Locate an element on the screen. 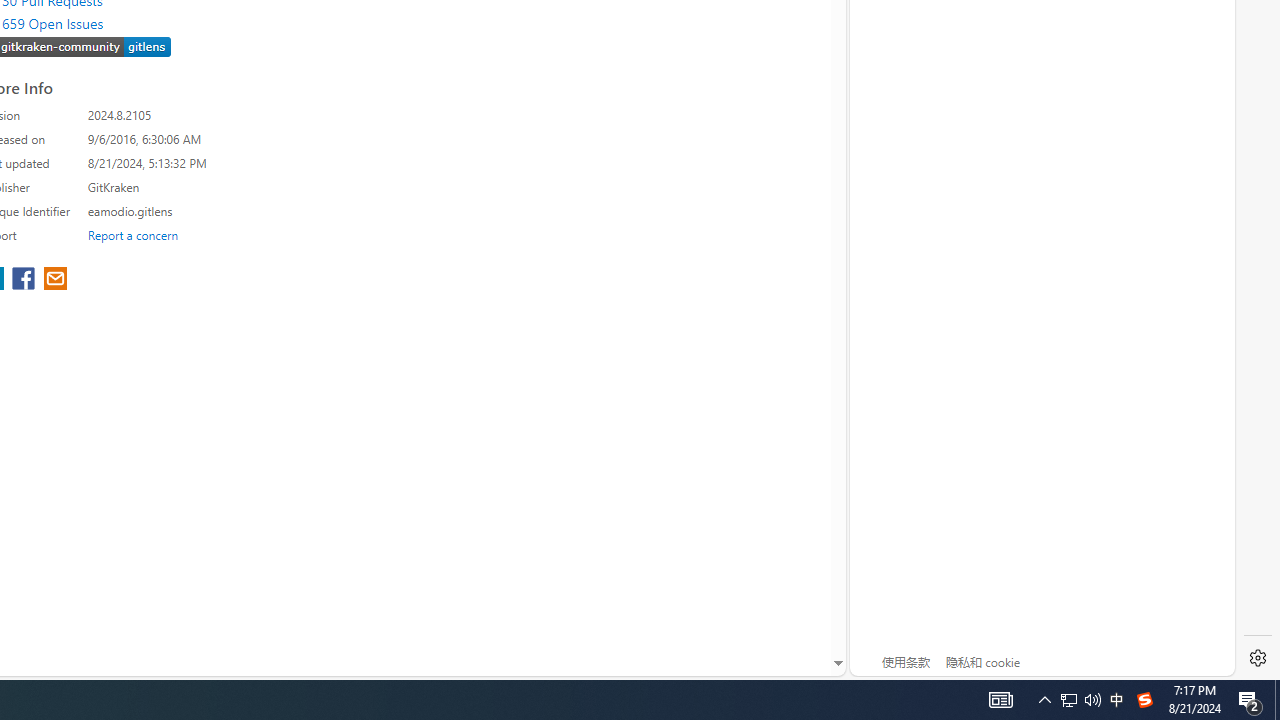 The width and height of the screenshot is (1280, 720). 'Report a concern' is located at coordinates (132, 234).